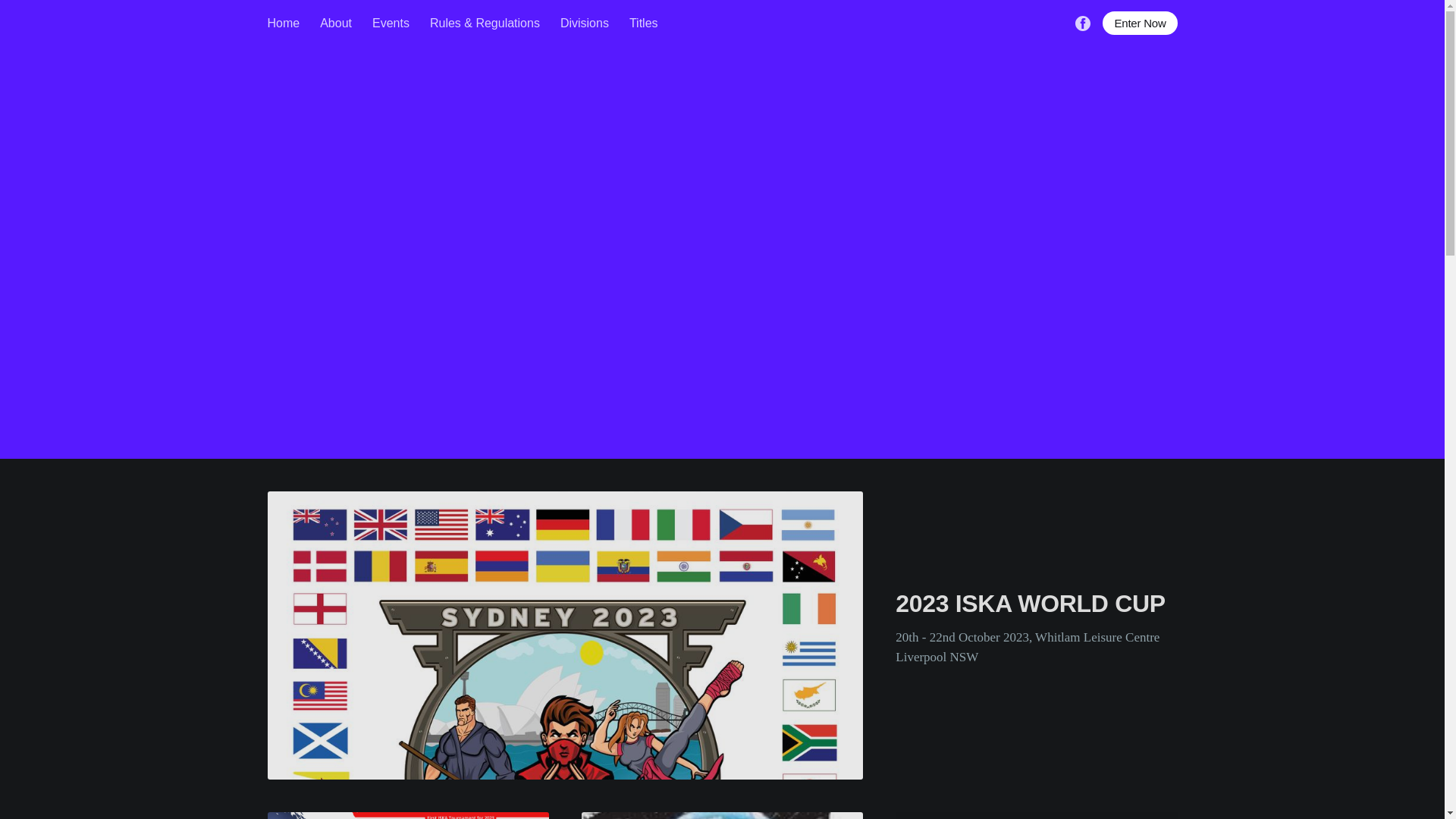 This screenshot has width=1456, height=819. I want to click on 'Events', so click(391, 23).